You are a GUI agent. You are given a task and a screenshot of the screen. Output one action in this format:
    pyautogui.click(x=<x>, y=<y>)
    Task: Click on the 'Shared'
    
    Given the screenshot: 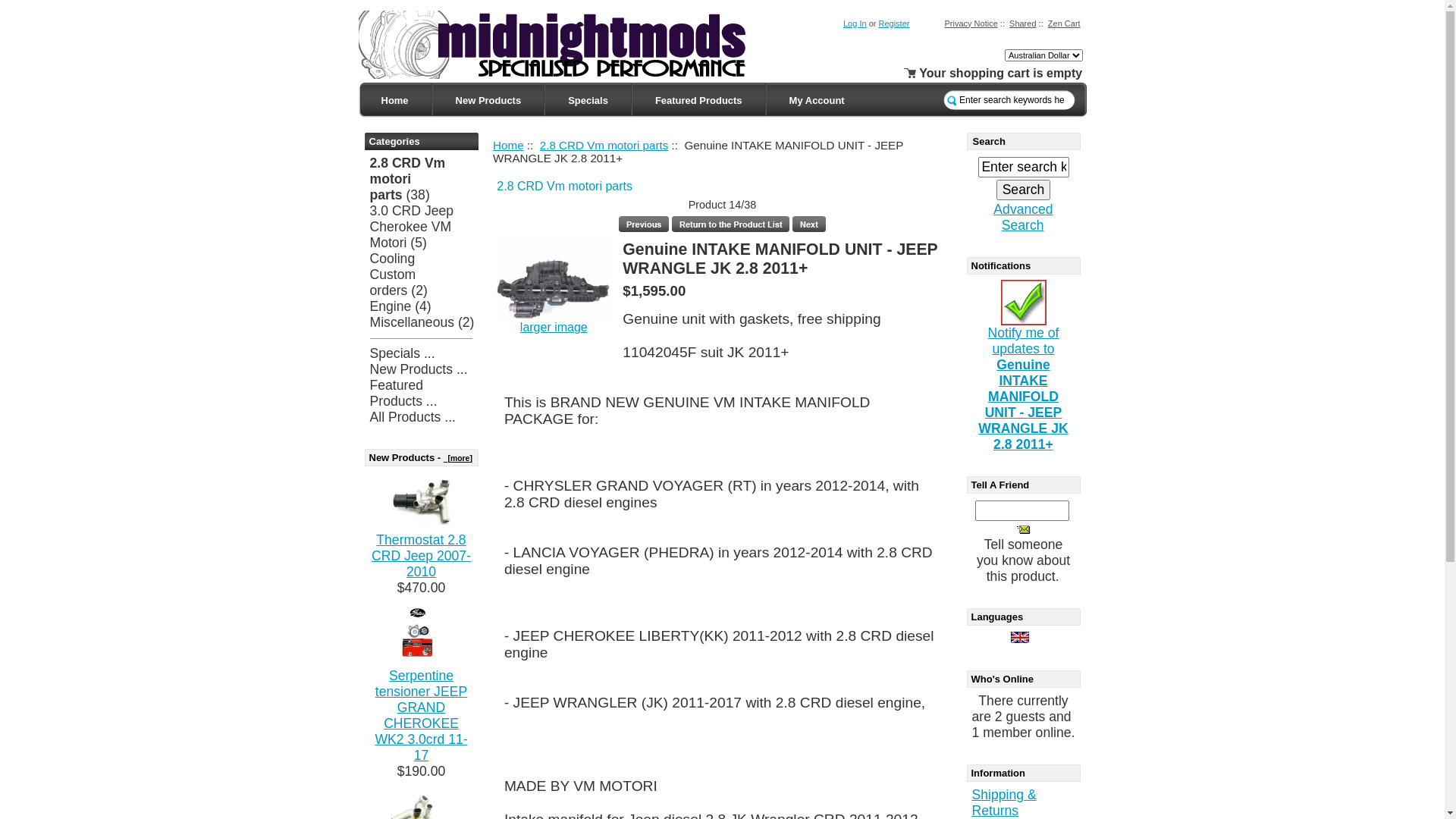 What is the action you would take?
    pyautogui.click(x=1022, y=23)
    